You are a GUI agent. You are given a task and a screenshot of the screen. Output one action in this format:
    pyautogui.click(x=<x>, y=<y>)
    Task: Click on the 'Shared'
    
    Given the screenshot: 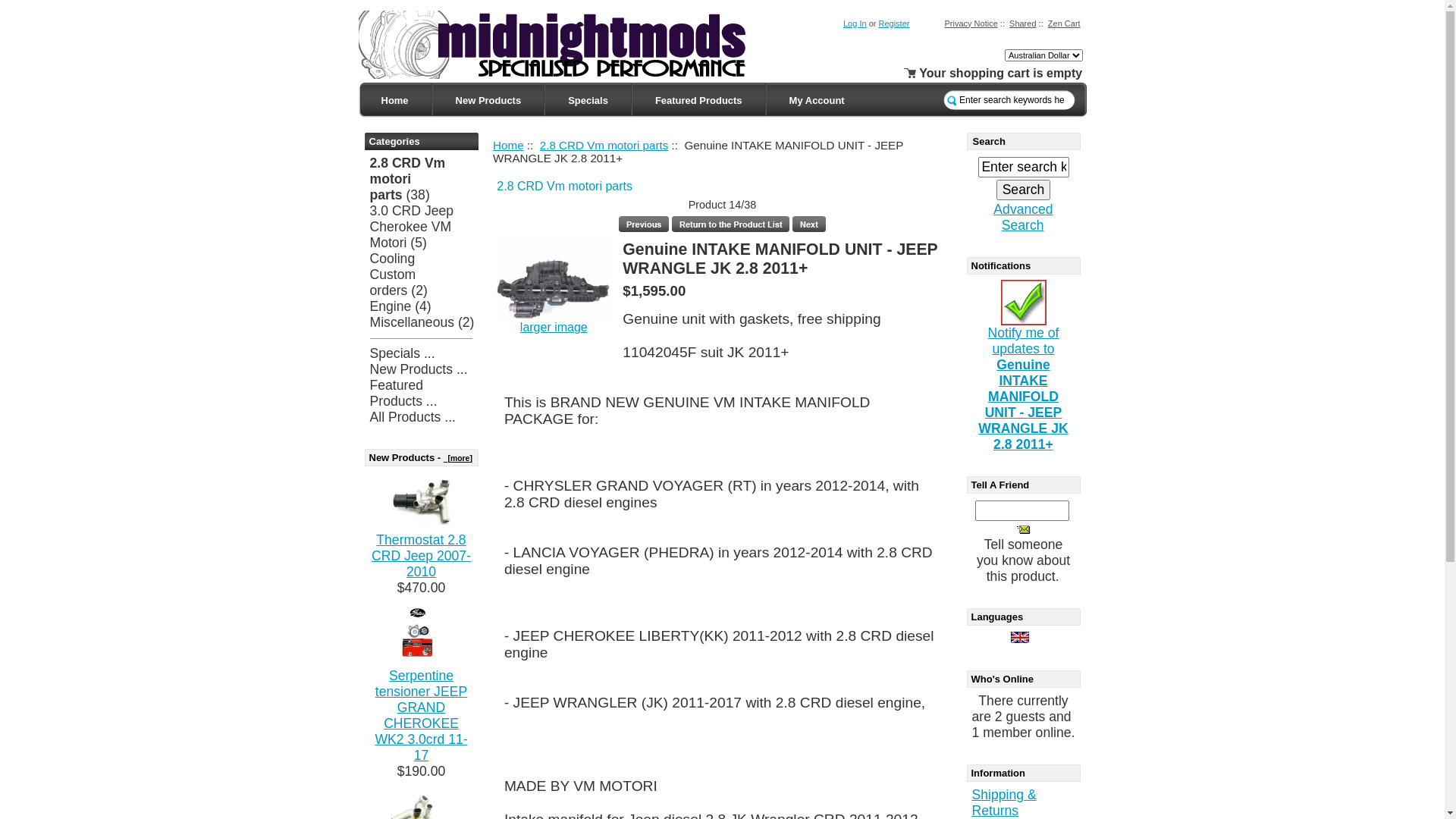 What is the action you would take?
    pyautogui.click(x=1022, y=23)
    